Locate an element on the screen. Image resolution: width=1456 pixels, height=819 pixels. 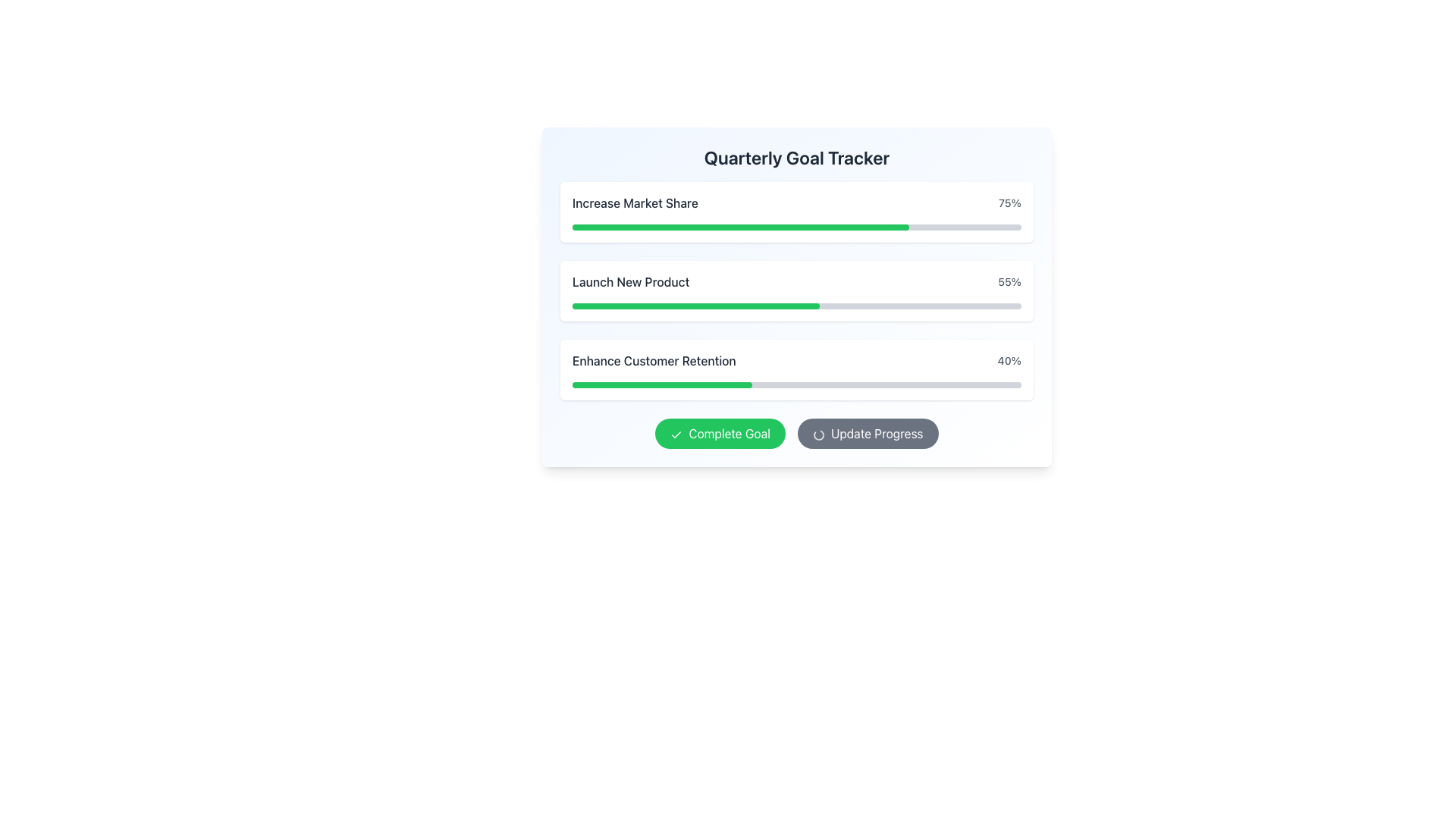
the progress bar representing 'Launch New Product' is located at coordinates (796, 291).